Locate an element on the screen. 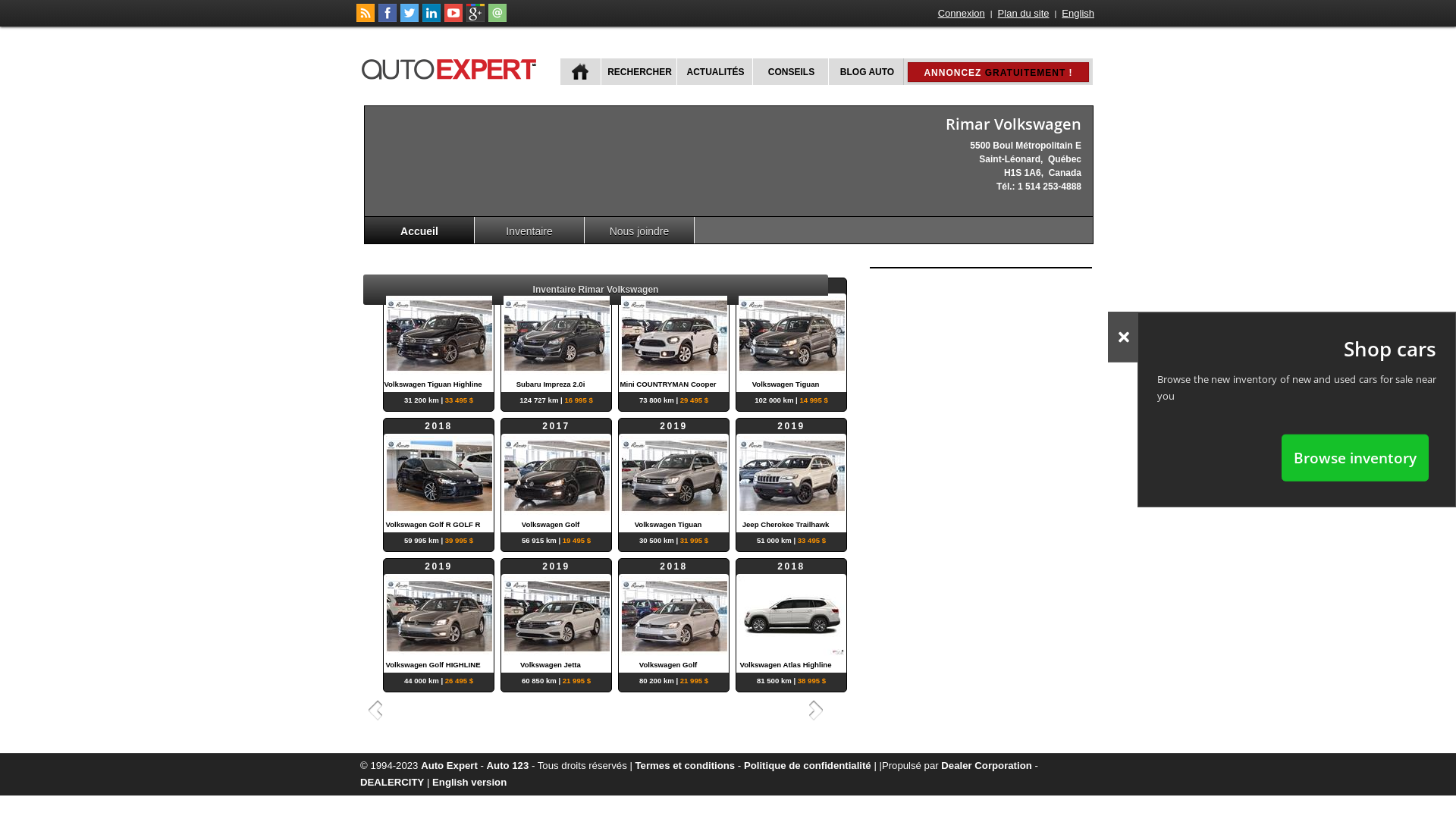 Image resolution: width=1456 pixels, height=819 pixels. 'RECHERCHER' is located at coordinates (638, 71).